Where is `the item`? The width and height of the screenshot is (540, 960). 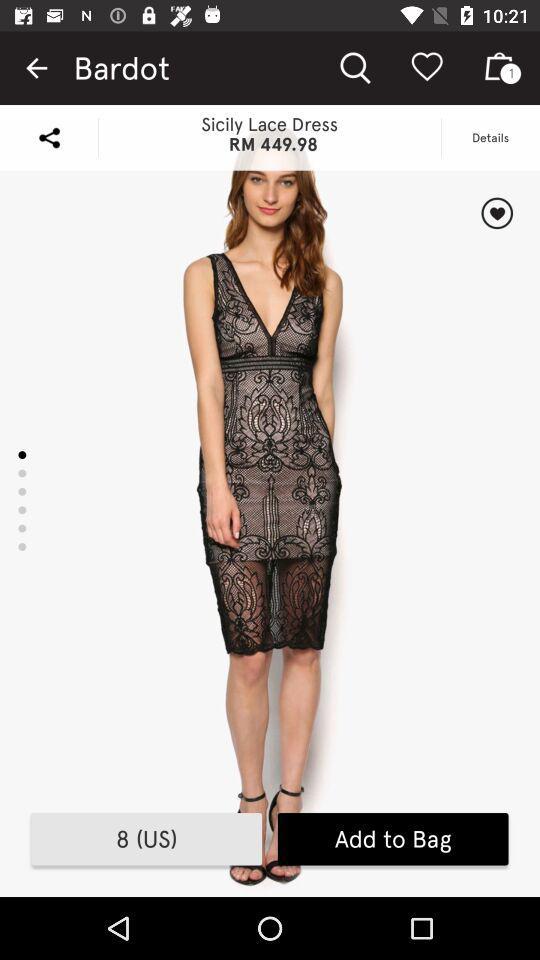 the item is located at coordinates (496, 213).